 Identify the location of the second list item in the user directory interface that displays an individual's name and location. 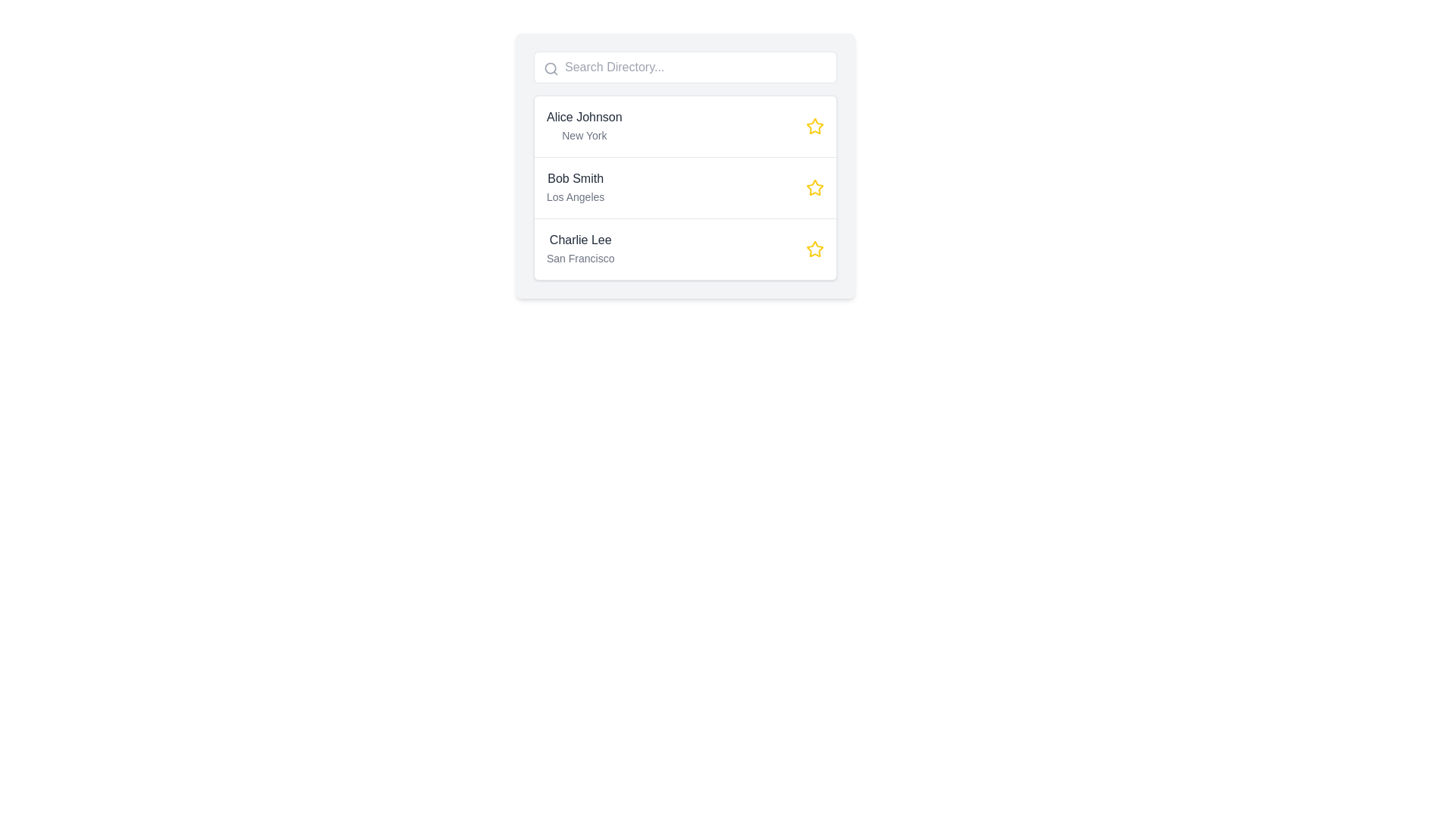
(684, 166).